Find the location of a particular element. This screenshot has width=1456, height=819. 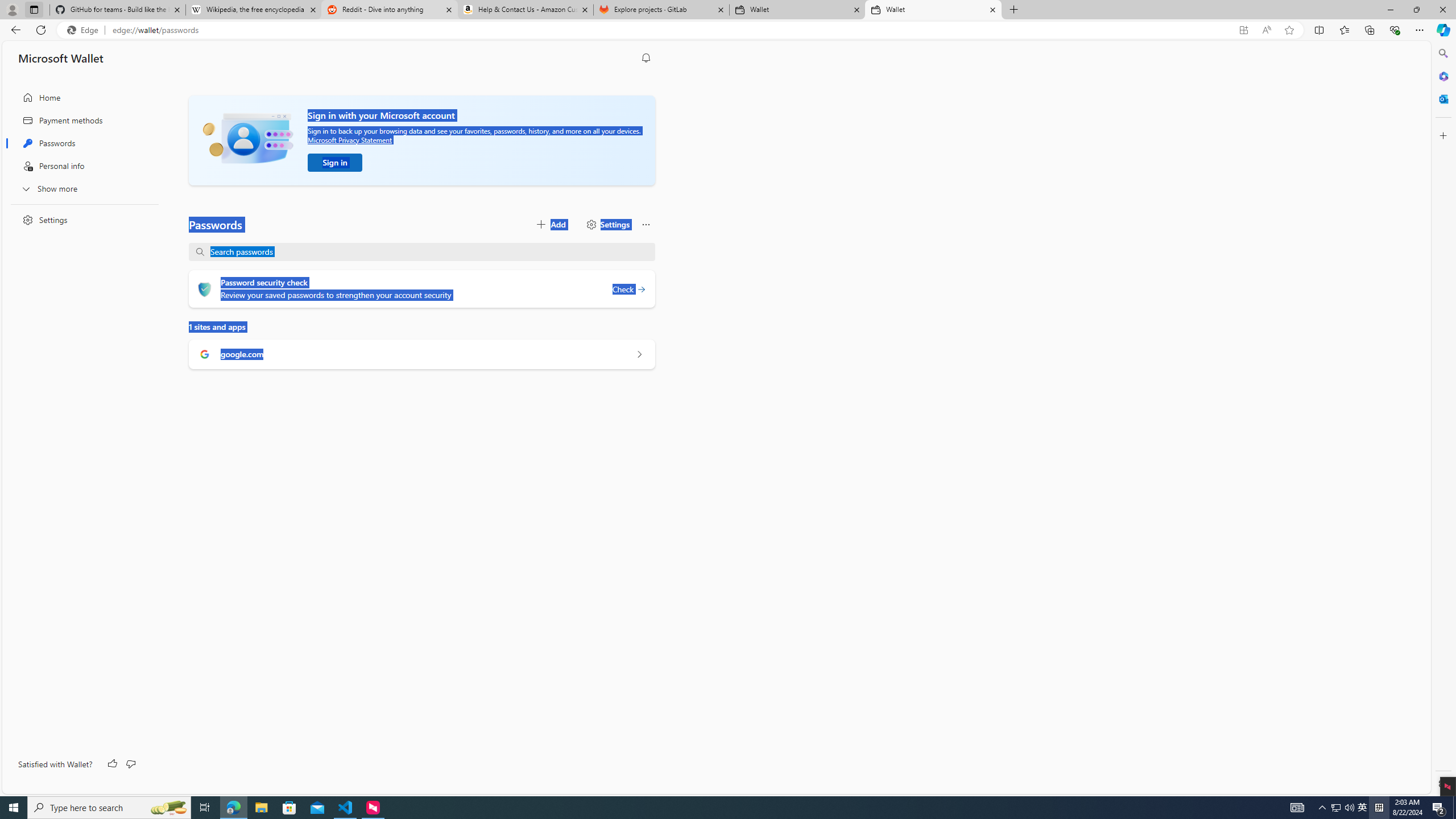

'Add' is located at coordinates (549, 224).